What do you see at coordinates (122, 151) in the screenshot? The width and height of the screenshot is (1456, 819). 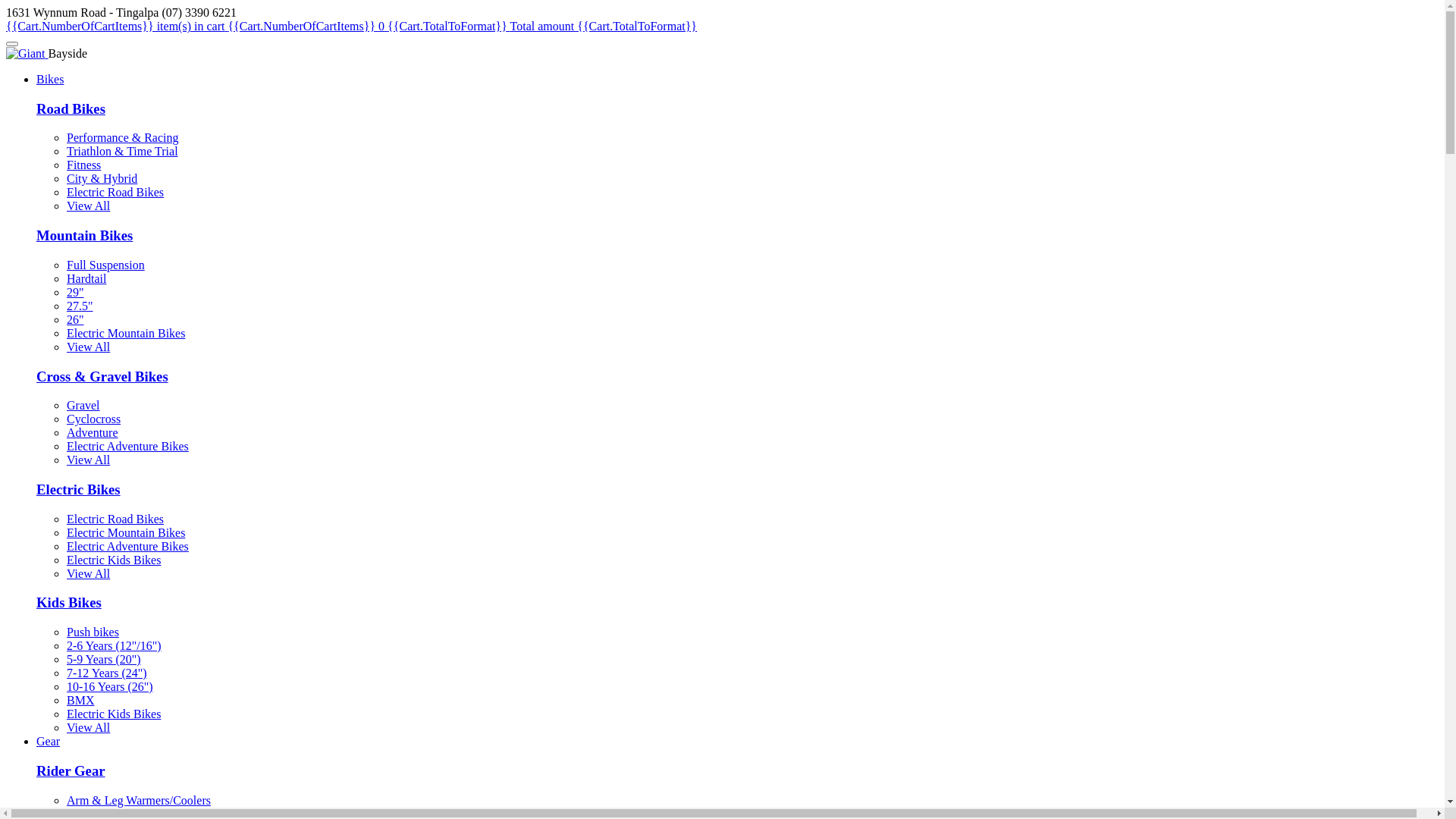 I see `'Triathlon & Time Trial'` at bounding box center [122, 151].